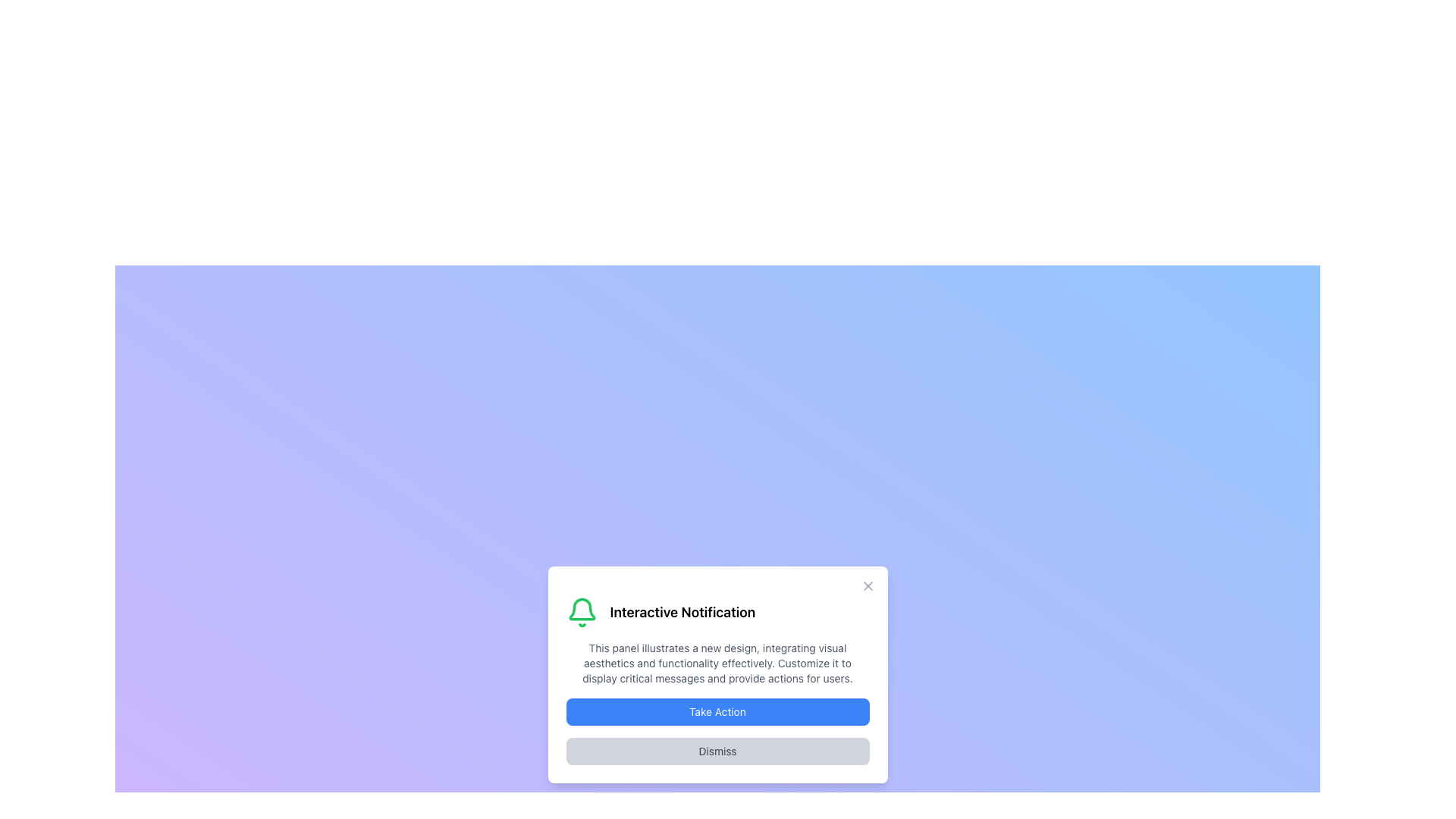 Image resolution: width=1456 pixels, height=819 pixels. I want to click on the text label displaying 'Interactive Notification' which is styled in bold and large font, located next to a green notification icon in the upper section of the modal dialog, so click(682, 611).